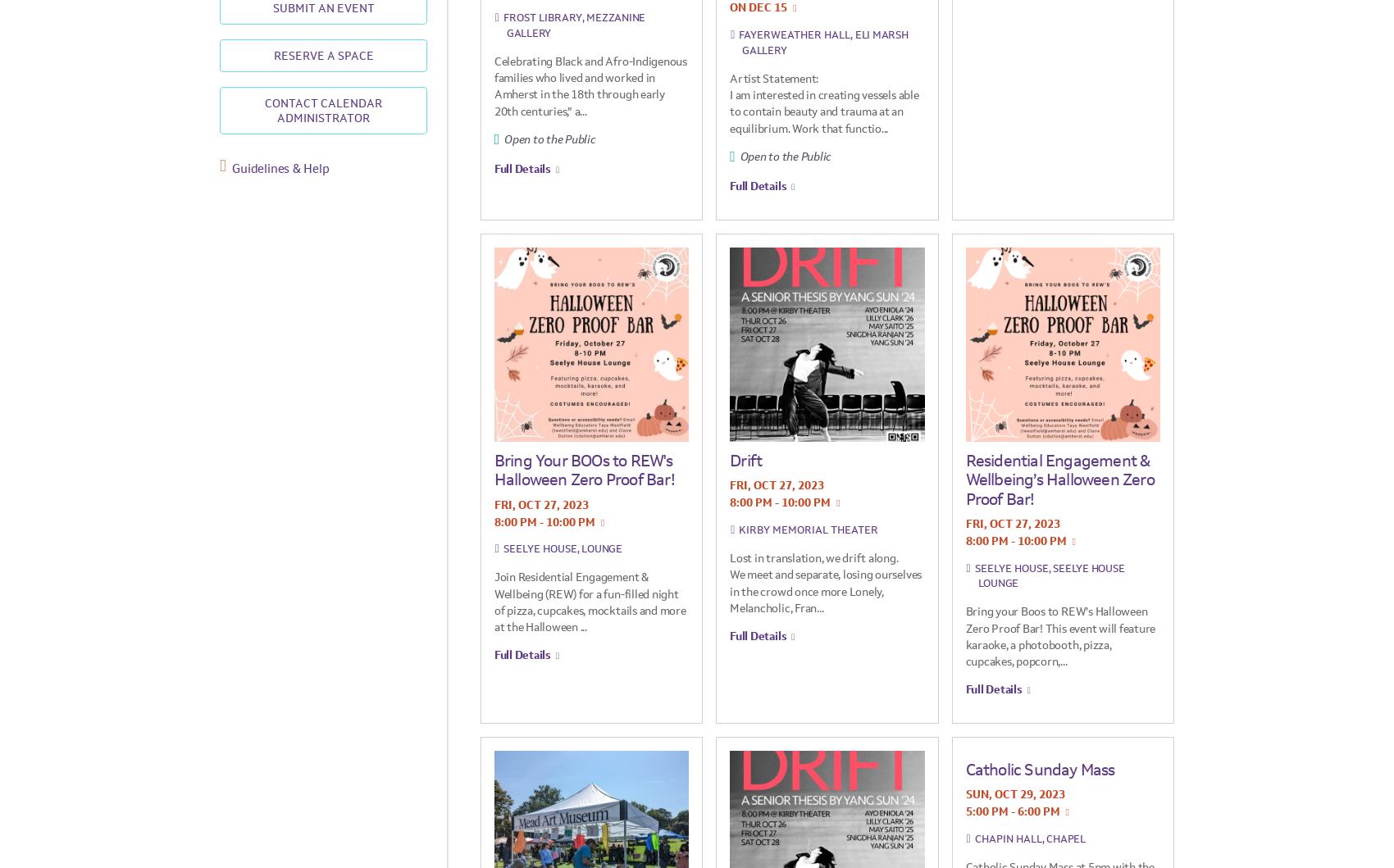 The image size is (1394, 868). Describe the element at coordinates (1063, 837) in the screenshot. I see `', Chapel'` at that location.